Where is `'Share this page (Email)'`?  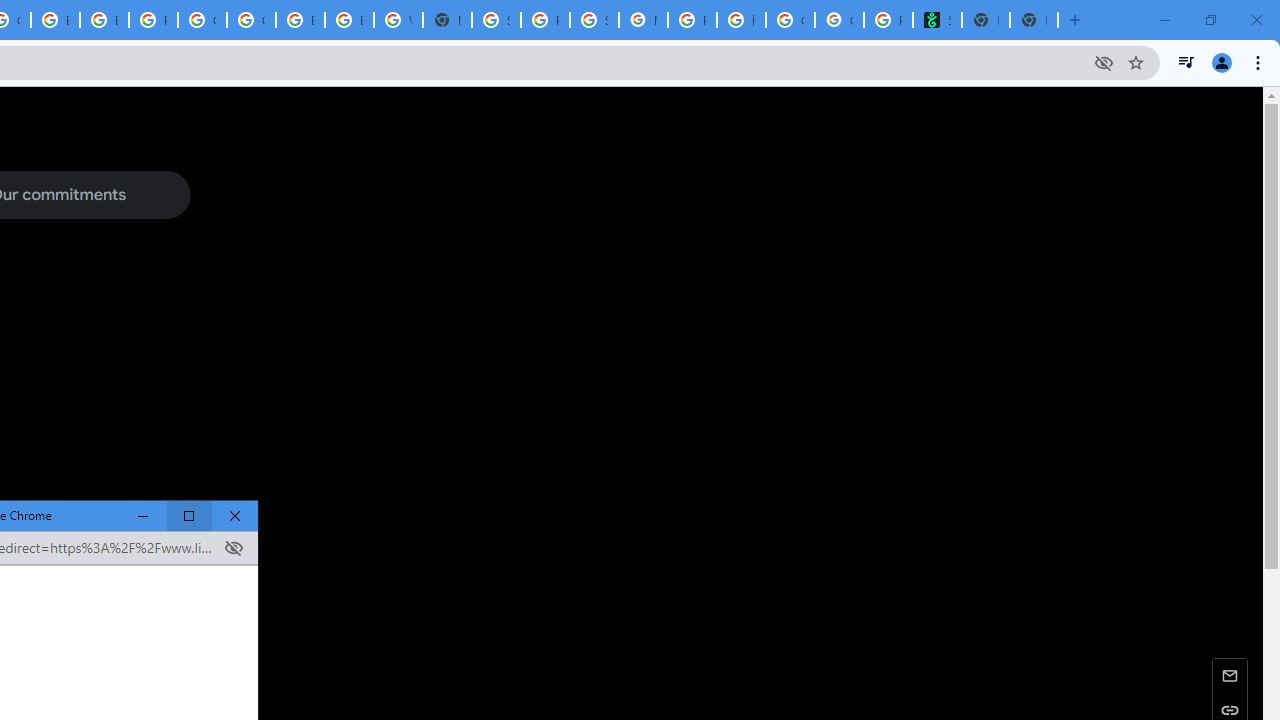 'Share this page (Email)' is located at coordinates (1229, 675).